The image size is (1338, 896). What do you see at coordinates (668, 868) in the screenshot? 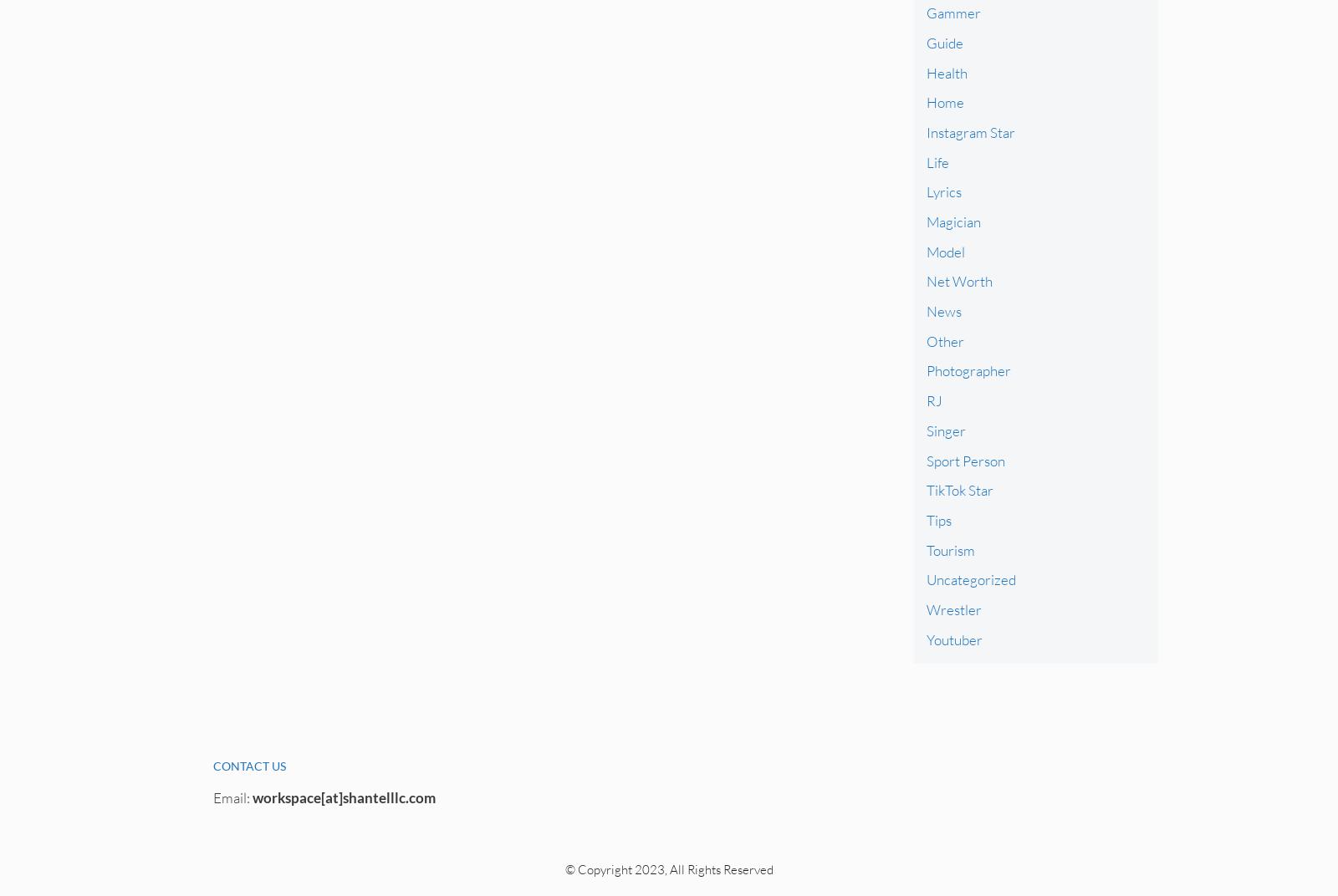
I see `'© Copyright 2023, All Rights Reserved'` at bounding box center [668, 868].